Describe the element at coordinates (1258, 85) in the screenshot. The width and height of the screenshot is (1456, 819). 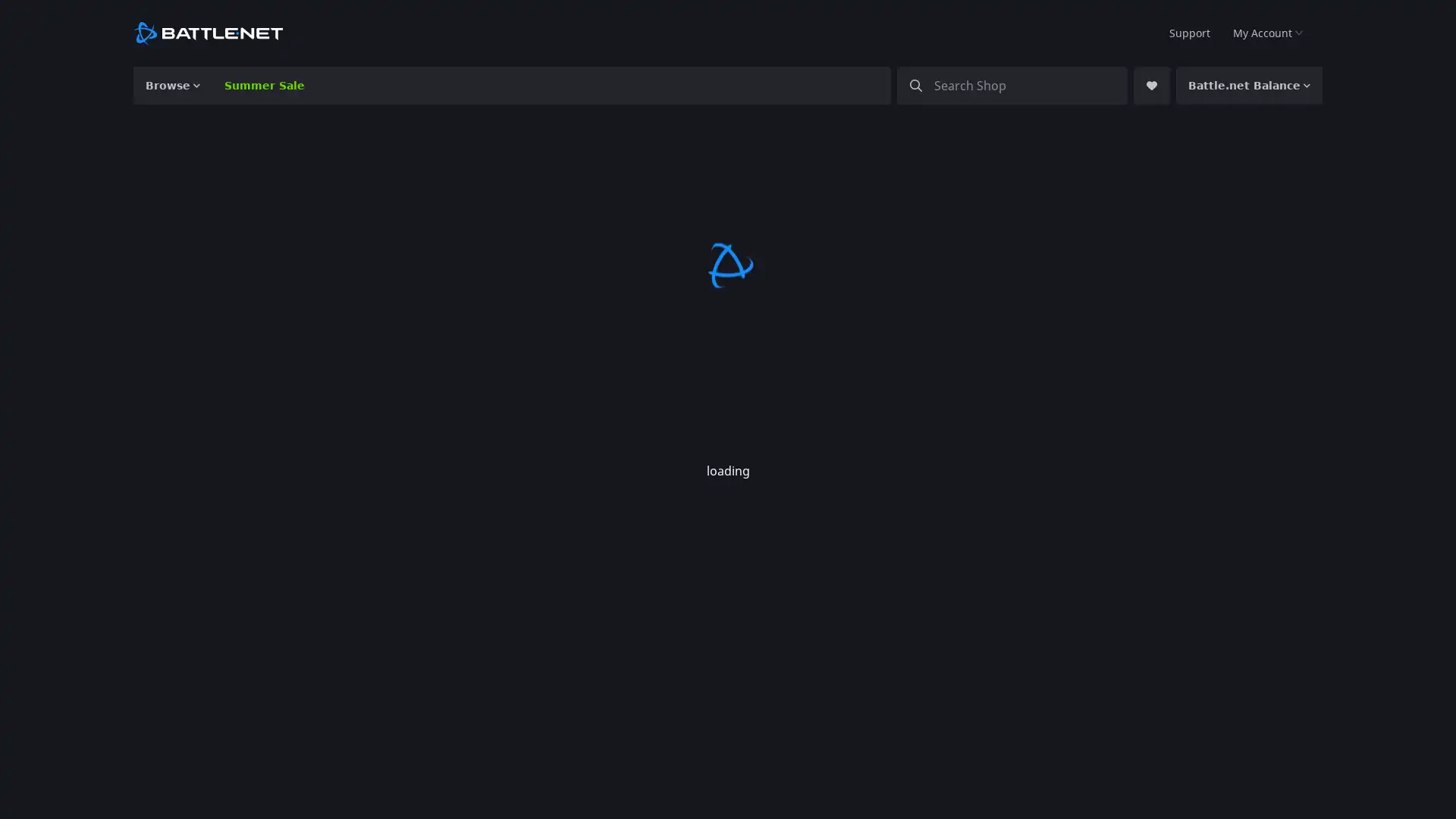
I see `Battle.net Balance` at that location.